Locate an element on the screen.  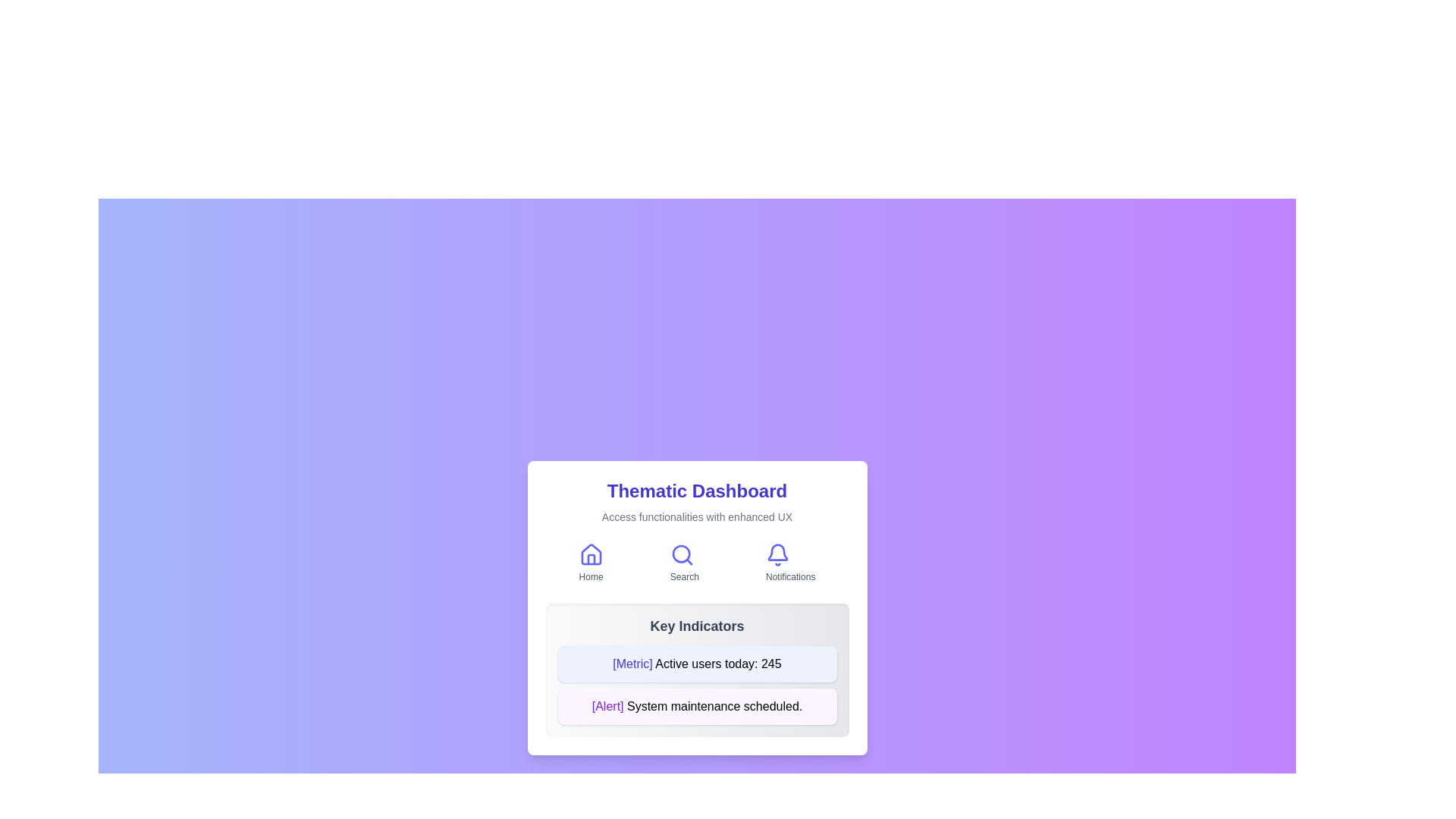
the 'Home' navigation button, which features an icon and text, to apply the visual transition effect is located at coordinates (590, 564).